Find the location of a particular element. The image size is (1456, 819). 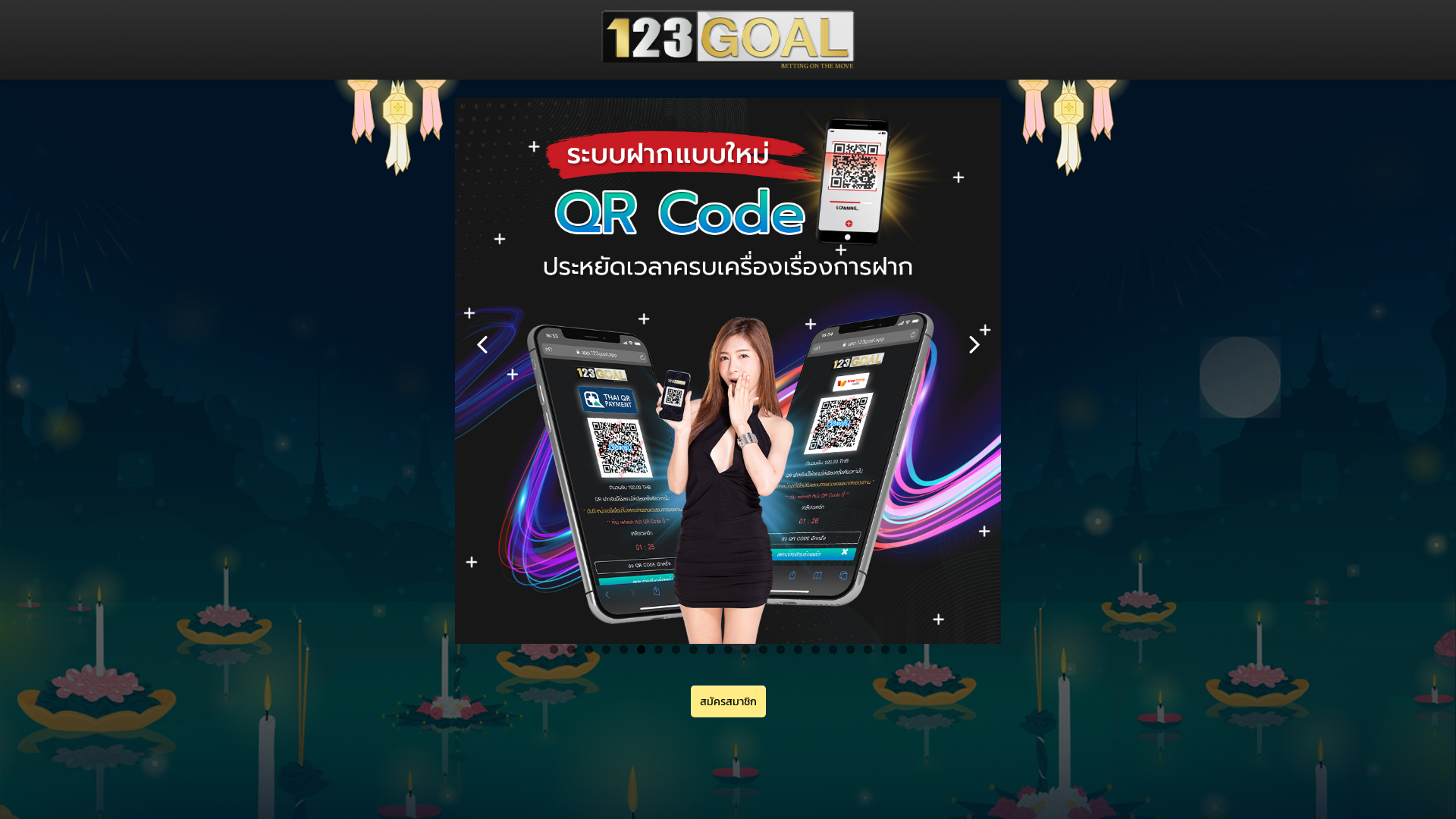

'1' is located at coordinates (548, 648).